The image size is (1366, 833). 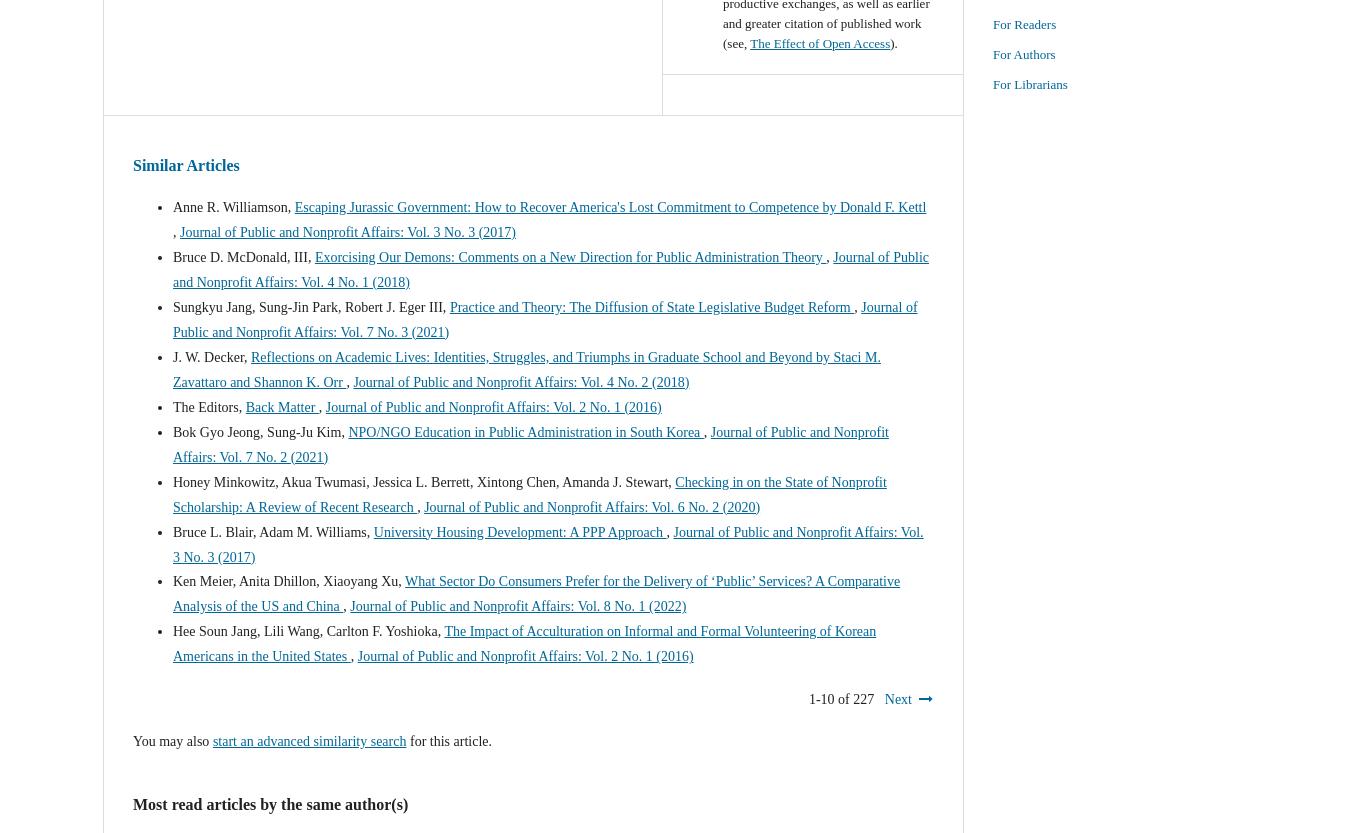 What do you see at coordinates (526, 369) in the screenshot?
I see `'Reflections on Academic Lives: Identities, Struggles, and Triumphs in Graduate School and Beyond by Staci M. Zavattaro and Shannon K. Orr'` at bounding box center [526, 369].